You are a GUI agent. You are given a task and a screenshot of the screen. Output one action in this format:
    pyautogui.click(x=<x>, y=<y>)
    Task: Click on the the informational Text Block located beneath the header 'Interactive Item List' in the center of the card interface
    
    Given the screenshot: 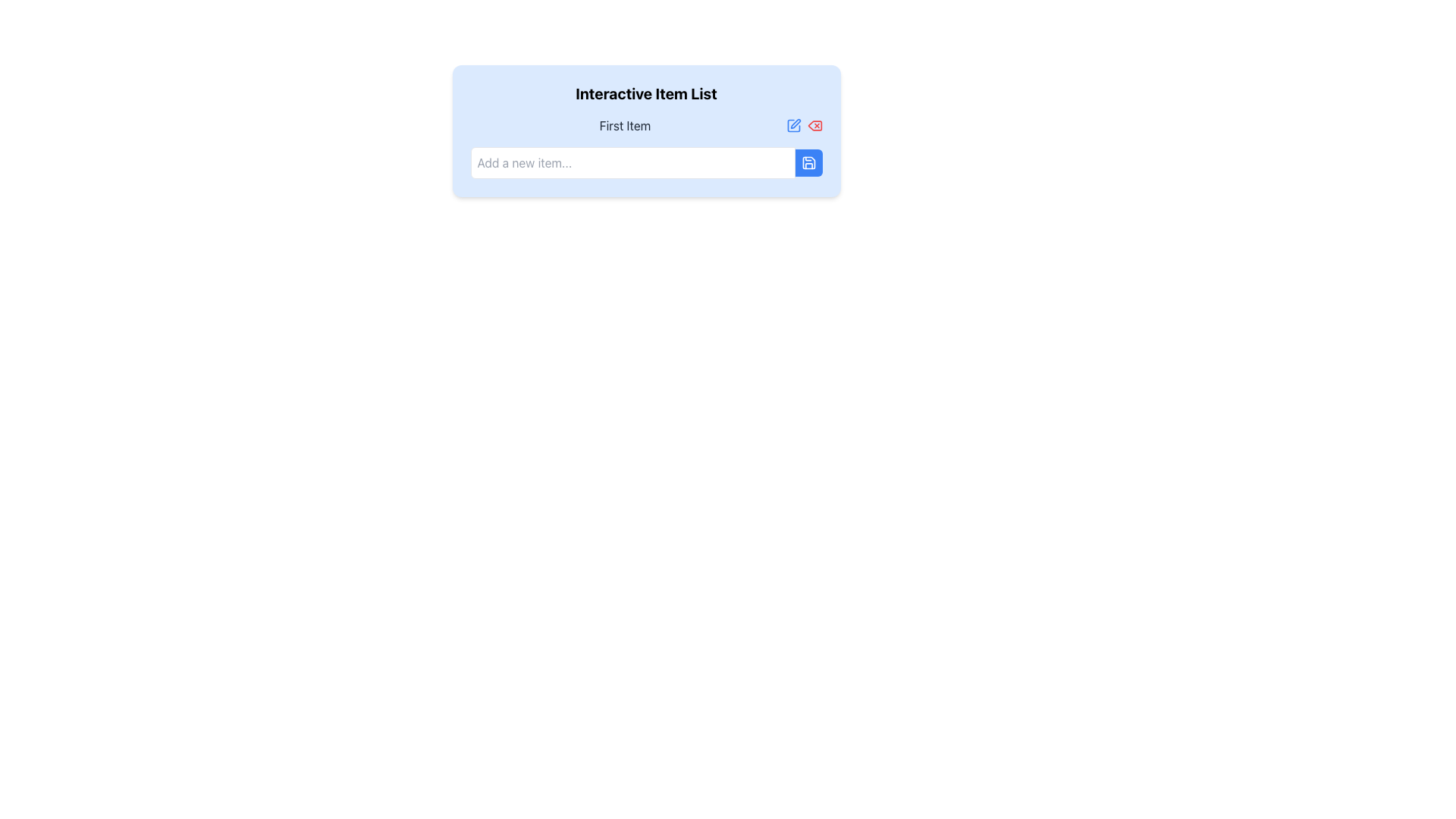 What is the action you would take?
    pyautogui.click(x=646, y=130)
    